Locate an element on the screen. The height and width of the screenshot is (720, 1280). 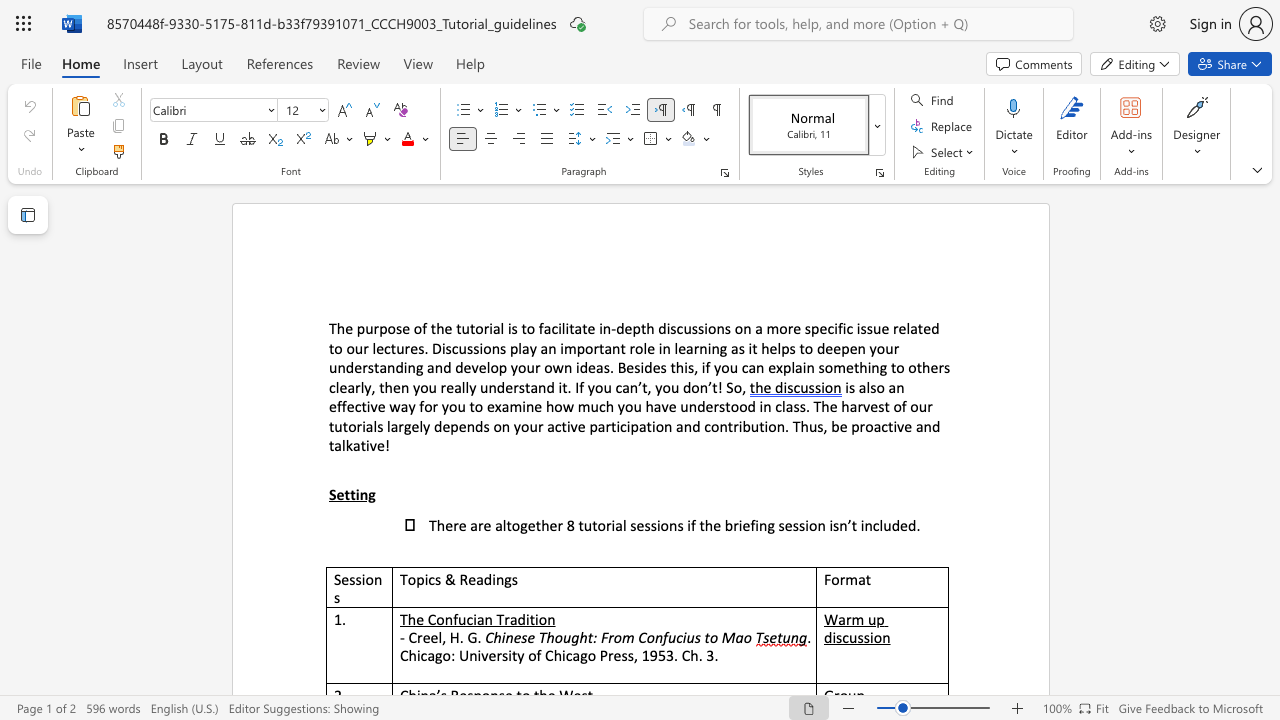
the 1th character "o" in the text is located at coordinates (588, 347).